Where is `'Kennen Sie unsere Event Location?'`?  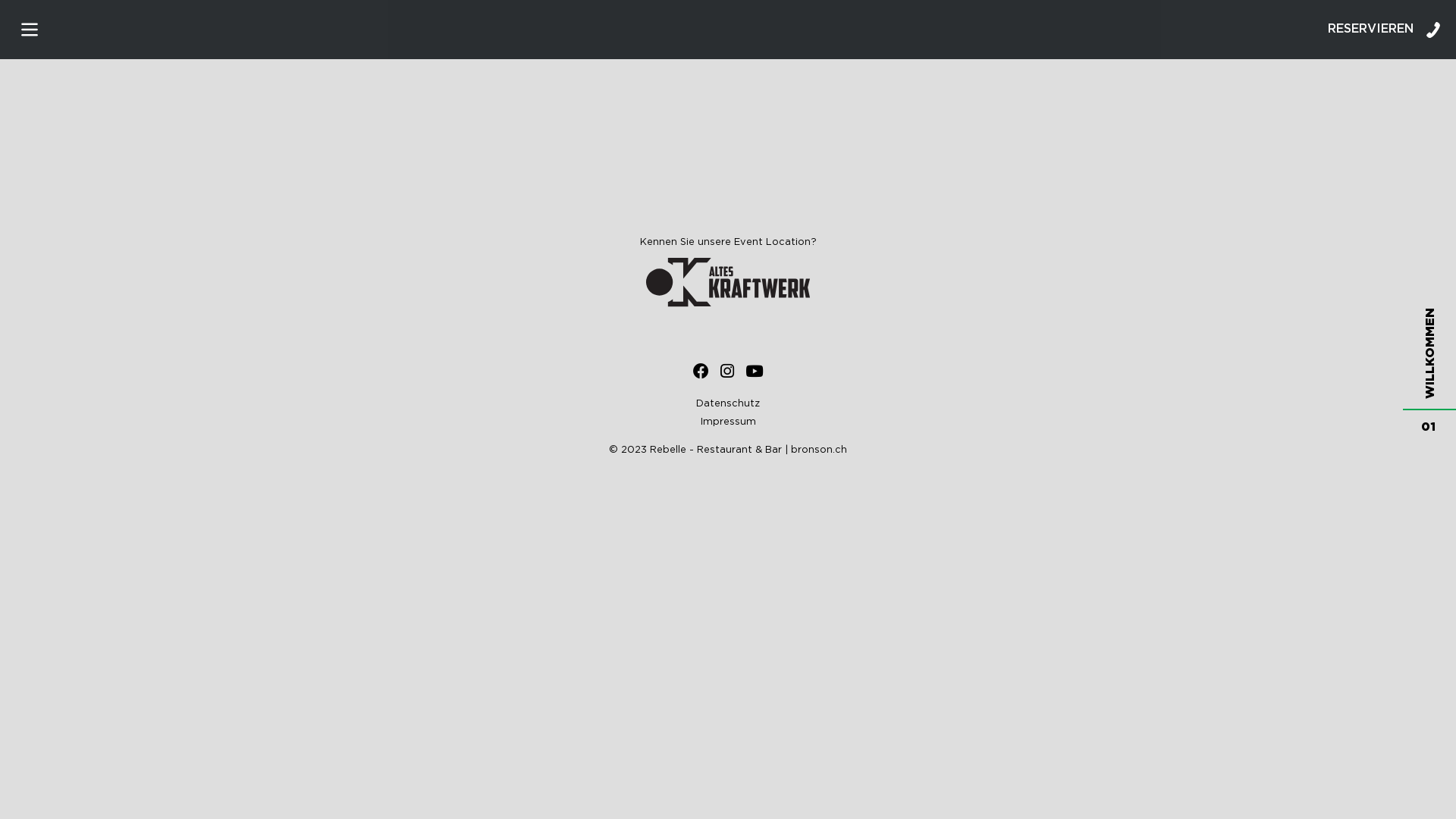
'Kennen Sie unsere Event Location?' is located at coordinates (728, 271).